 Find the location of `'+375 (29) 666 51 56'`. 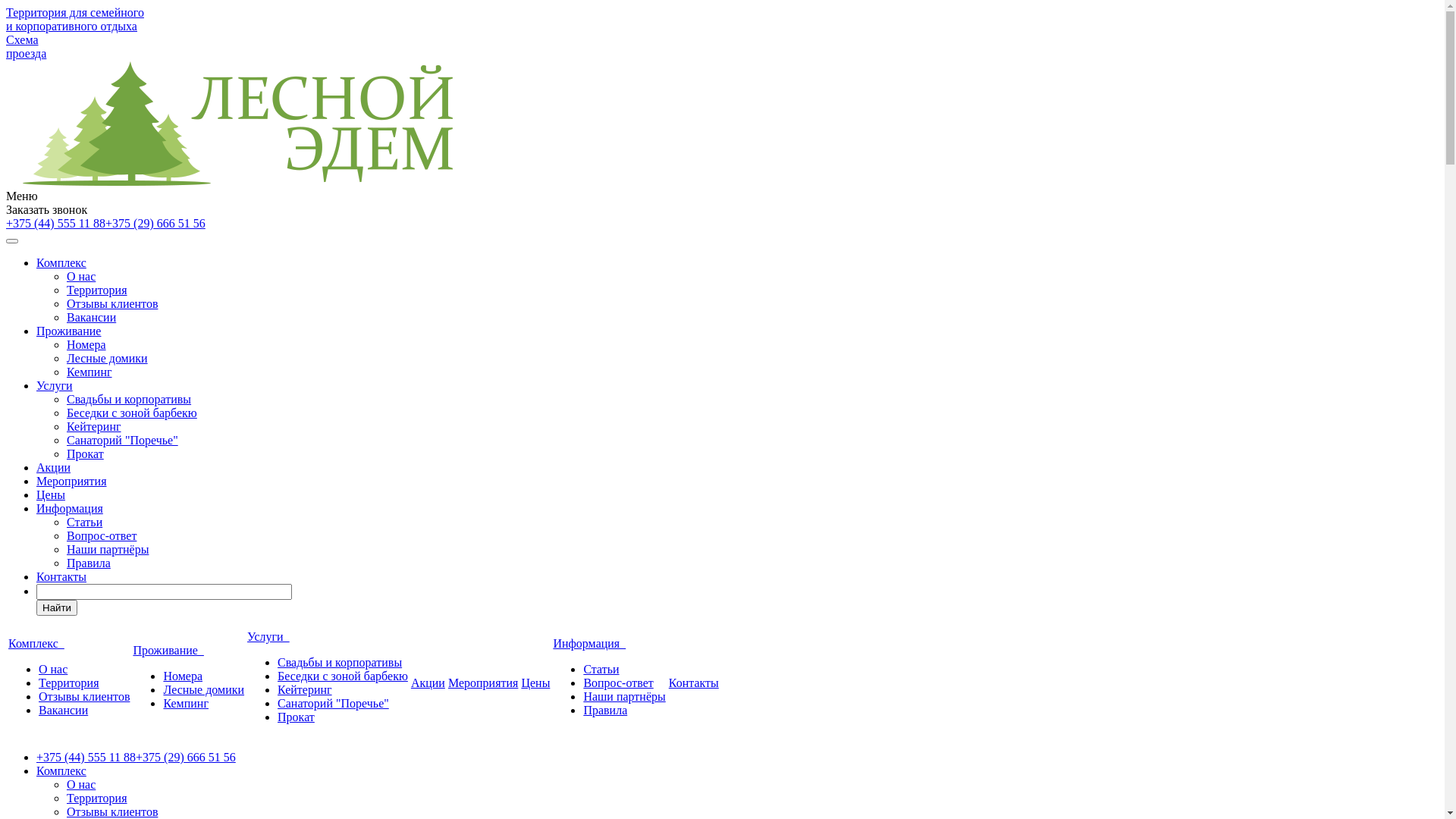

'+375 (29) 666 51 56' is located at coordinates (155, 223).